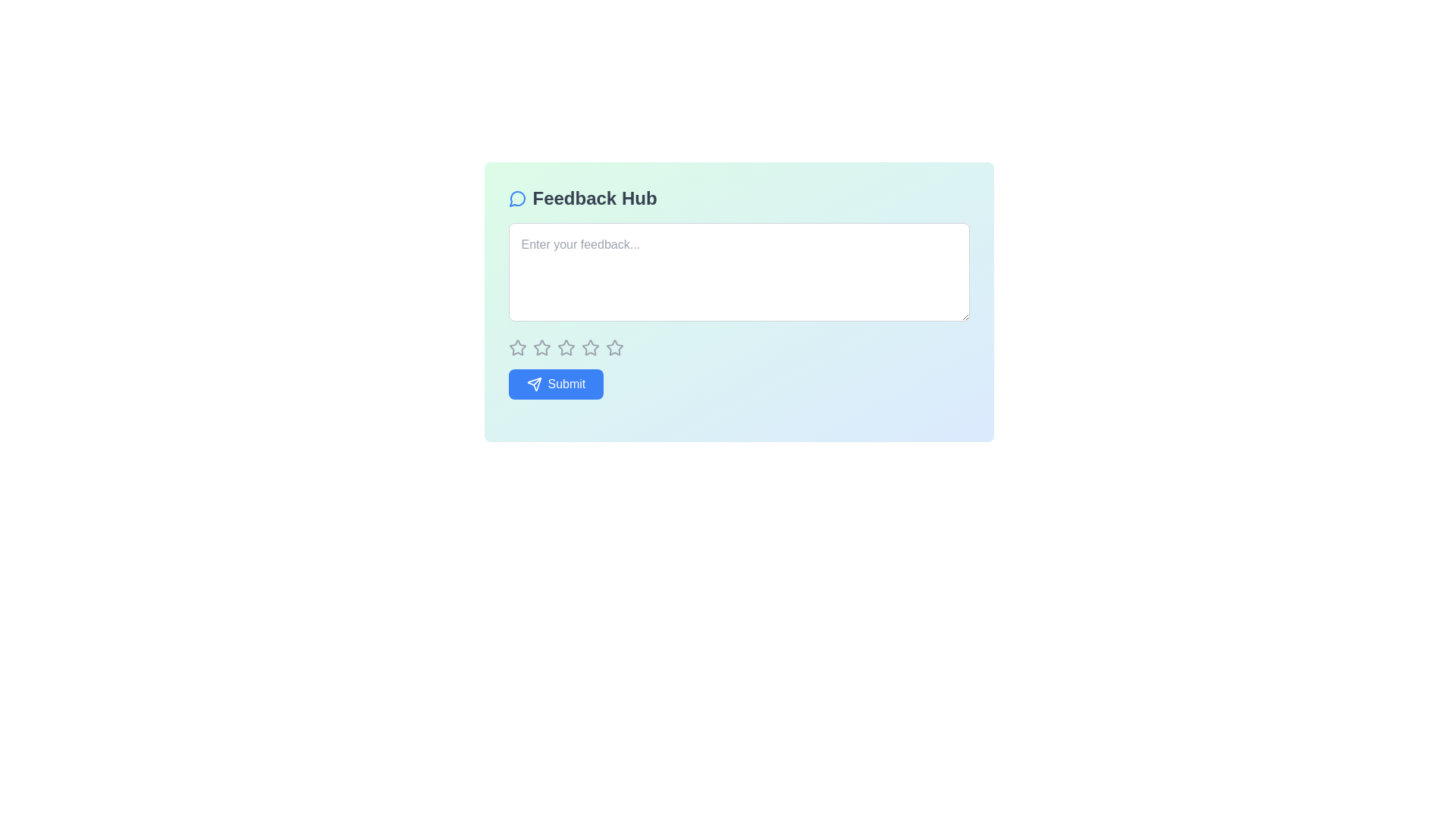 Image resolution: width=1456 pixels, height=819 pixels. I want to click on the paper airplane icon, which is the leftmost element of the 'Submit' button at the bottom of the feedback card interface, for visual feedback, so click(534, 383).